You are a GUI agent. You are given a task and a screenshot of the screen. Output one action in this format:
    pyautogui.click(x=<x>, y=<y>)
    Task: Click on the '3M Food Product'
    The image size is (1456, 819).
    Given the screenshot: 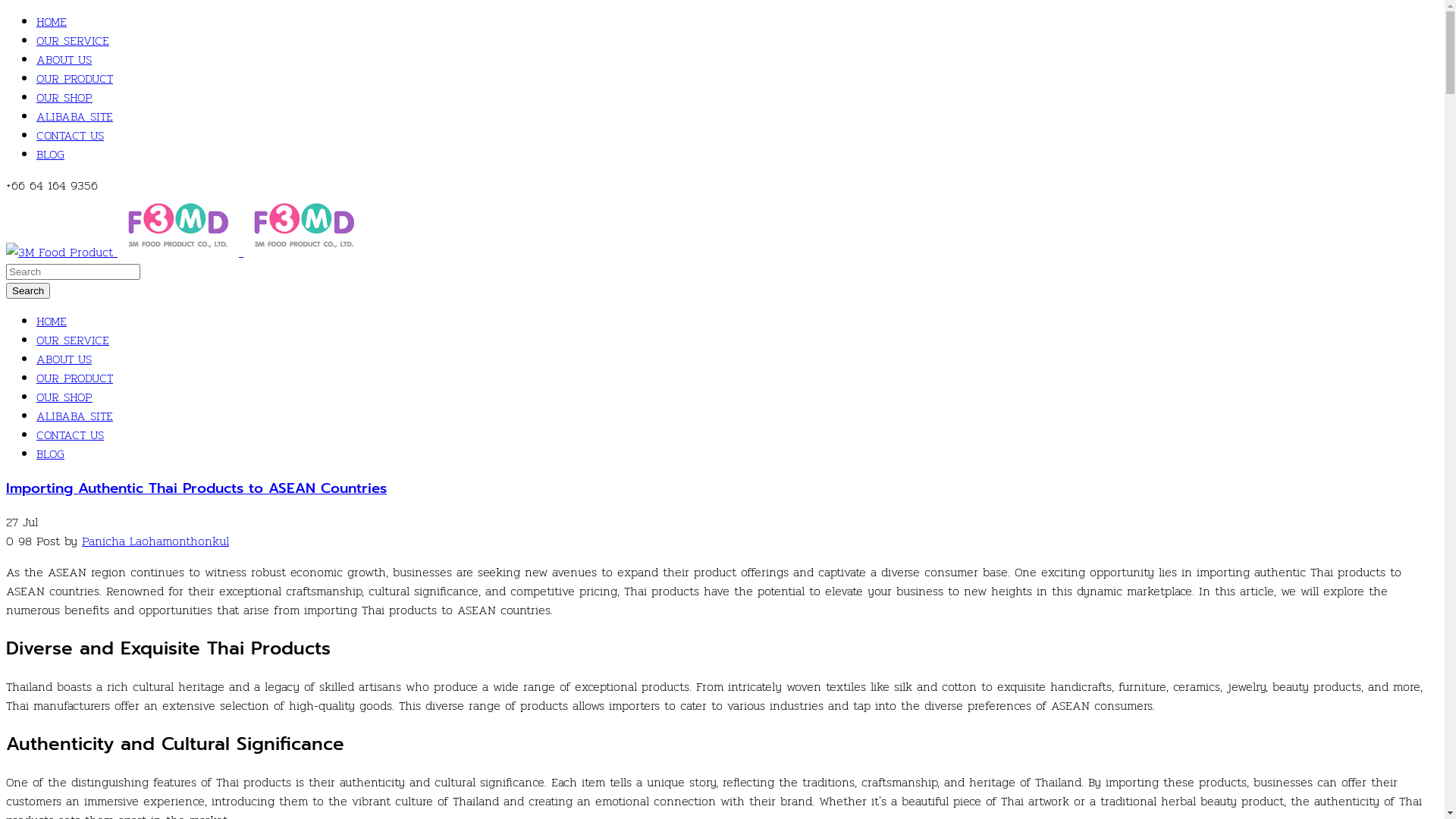 What is the action you would take?
    pyautogui.click(x=178, y=225)
    